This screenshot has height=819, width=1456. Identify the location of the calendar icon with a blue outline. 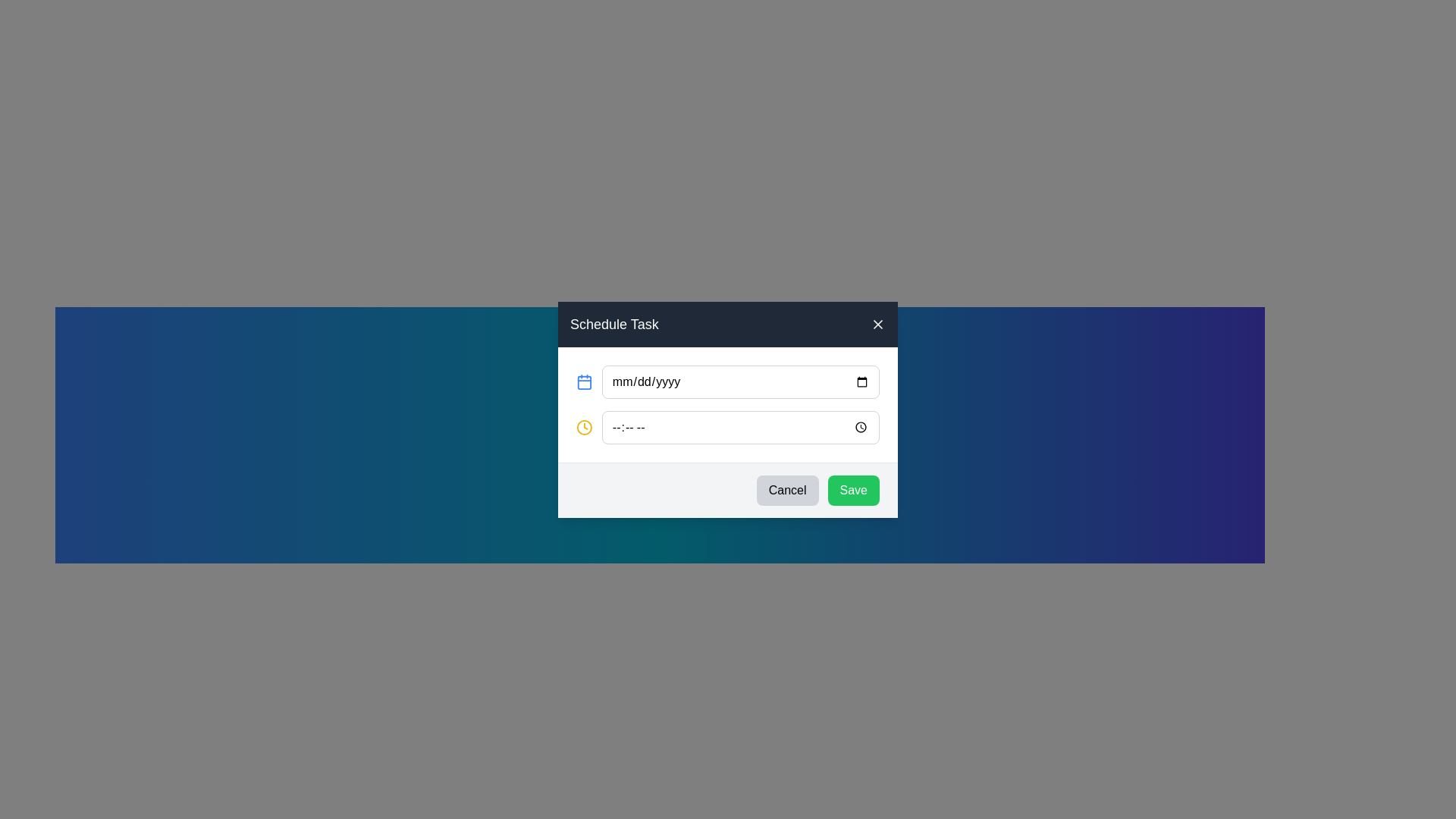
(583, 381).